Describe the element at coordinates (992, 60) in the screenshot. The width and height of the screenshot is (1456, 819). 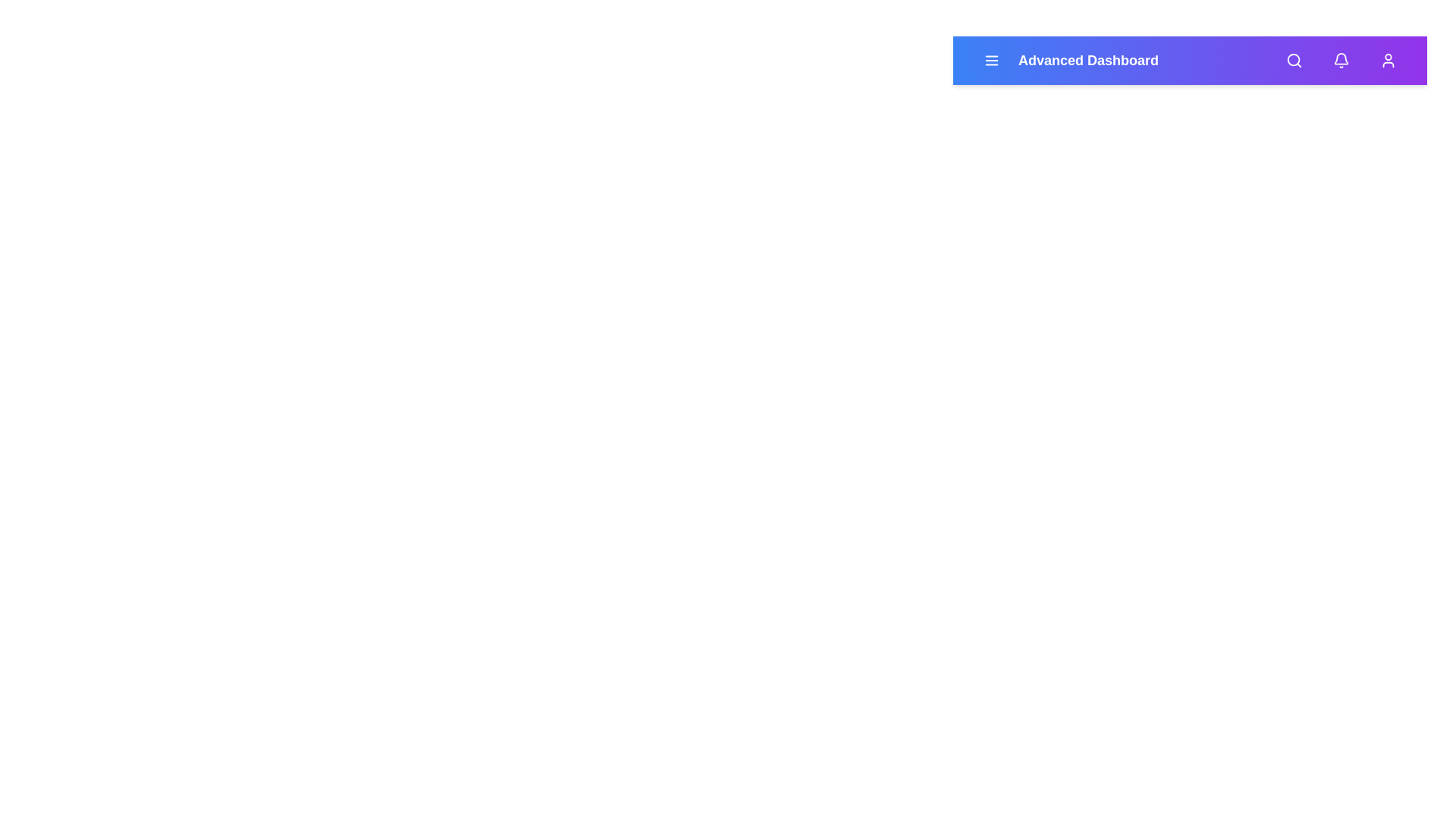
I see `menu button to toggle the navigation drawer` at that location.